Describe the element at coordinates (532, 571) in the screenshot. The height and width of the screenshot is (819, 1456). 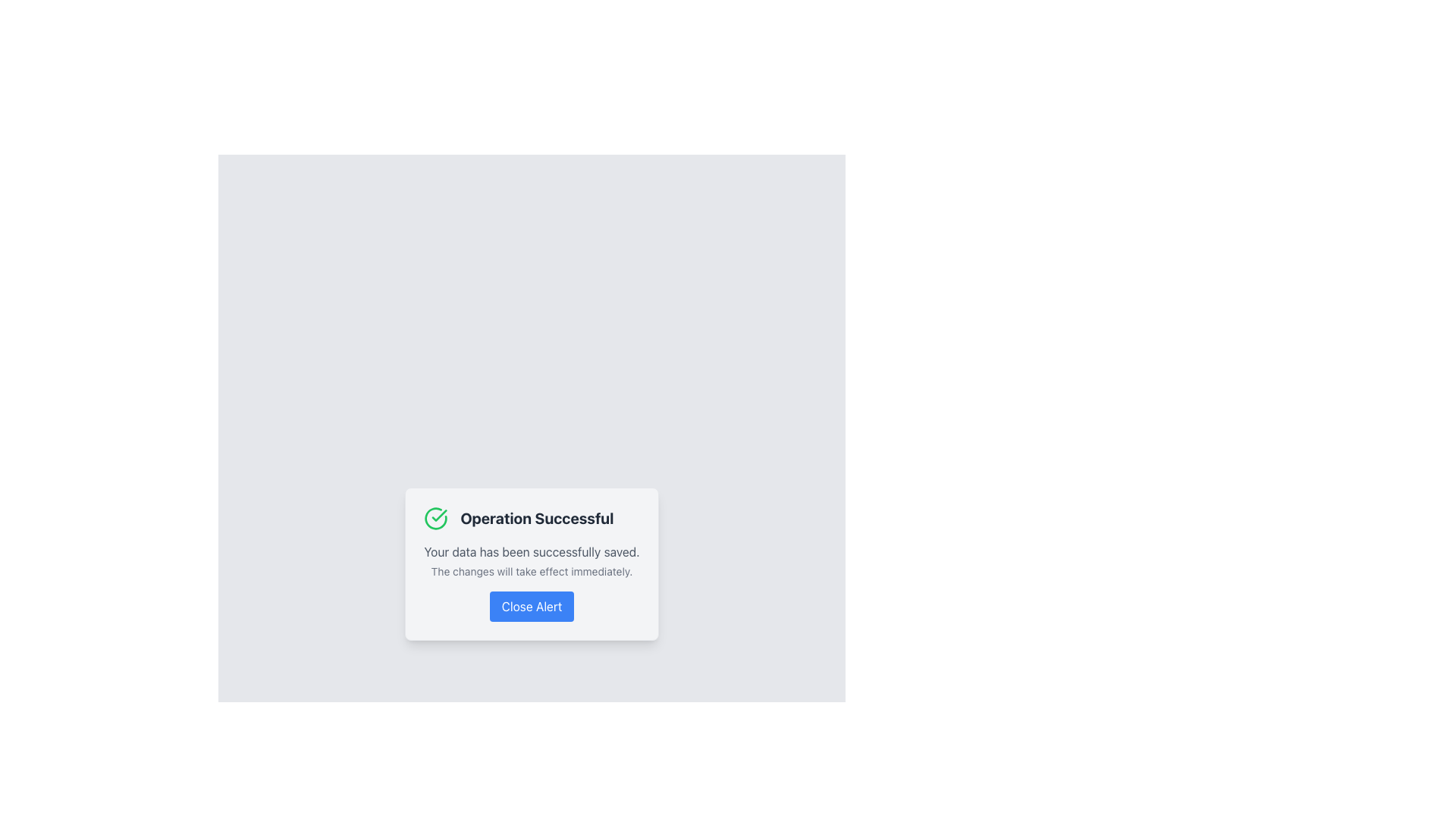
I see `additional information text that appears below the line 'Your data has been successfully saved.' in the notification box` at that location.